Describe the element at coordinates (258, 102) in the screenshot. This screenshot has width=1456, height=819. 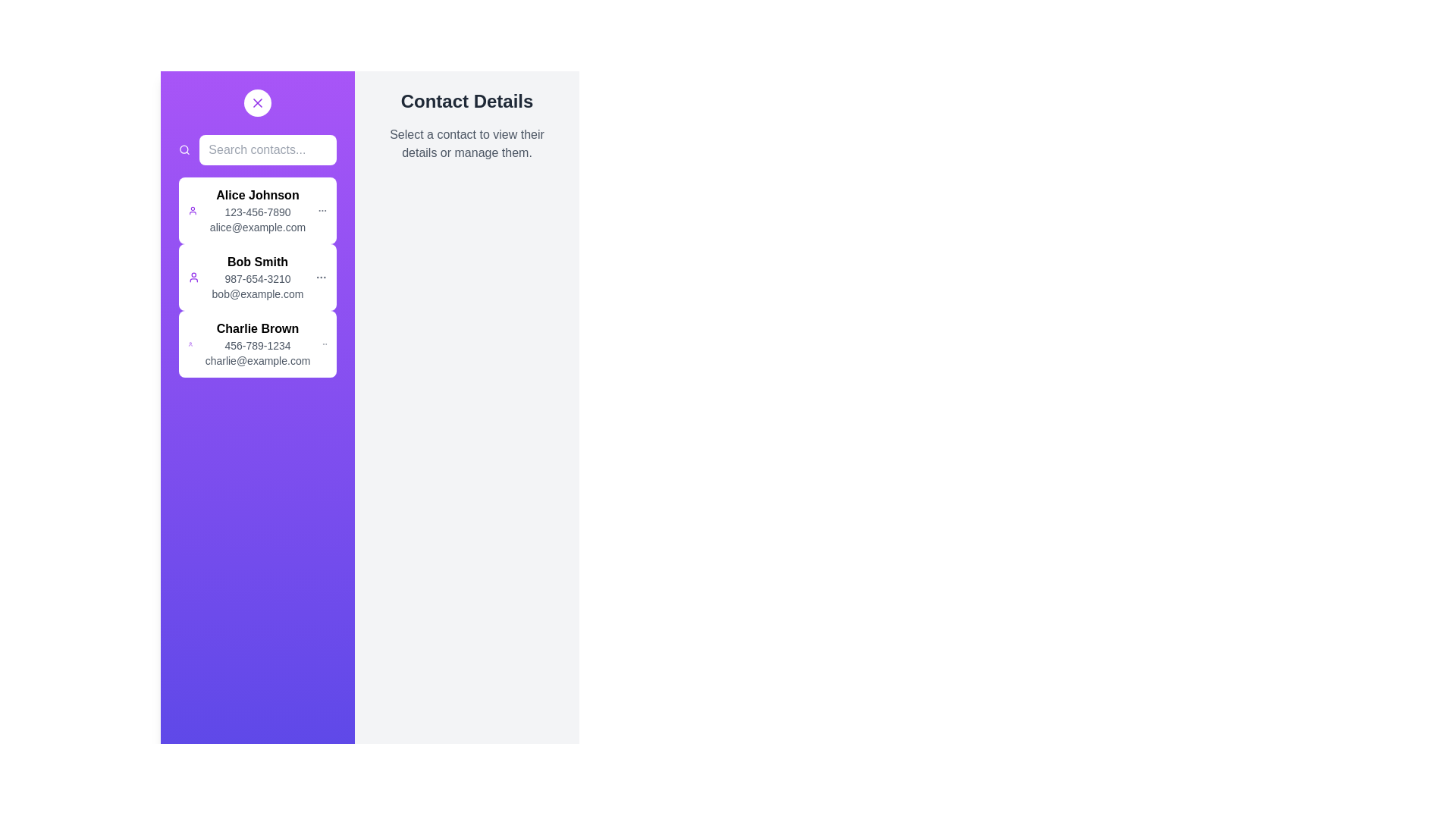
I see `the toggle button at the top-left corner of the drawer to toggle its expansion state` at that location.